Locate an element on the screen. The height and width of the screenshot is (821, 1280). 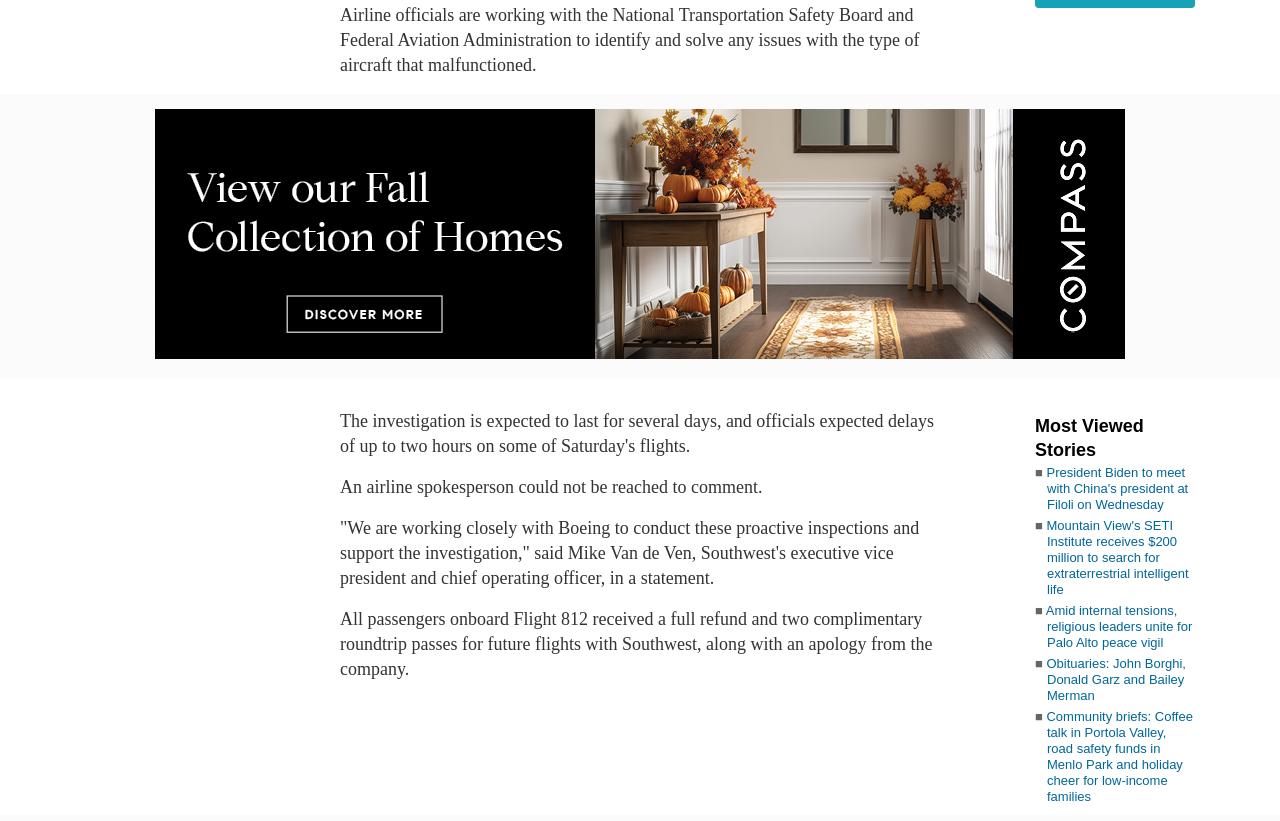
'Mountain View's SETI Institute receives $200 million to search for extraterrestrial intelligent life' is located at coordinates (1116, 556).